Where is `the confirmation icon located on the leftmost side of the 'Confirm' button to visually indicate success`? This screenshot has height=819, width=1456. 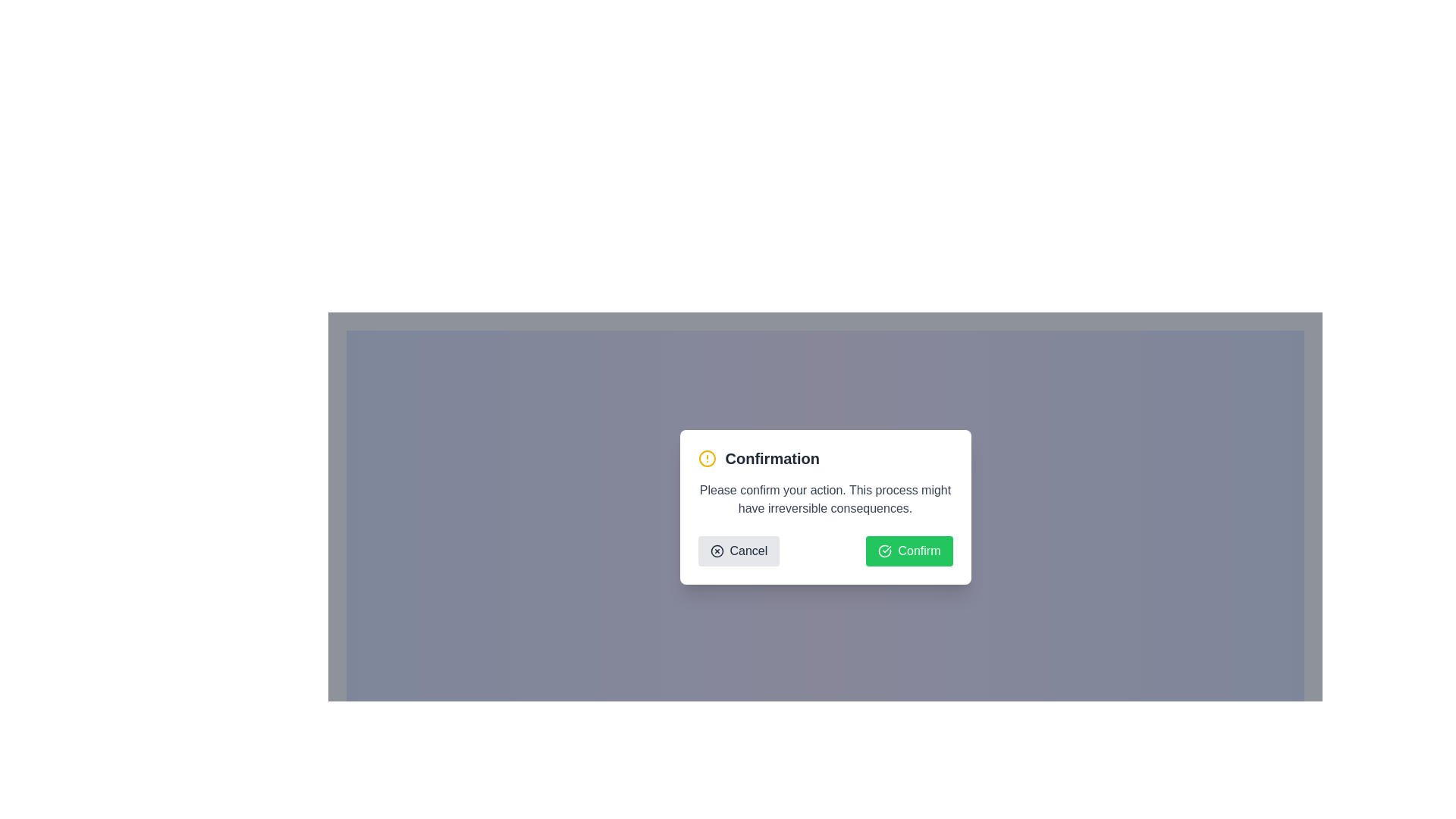 the confirmation icon located on the leftmost side of the 'Confirm' button to visually indicate success is located at coordinates (885, 551).